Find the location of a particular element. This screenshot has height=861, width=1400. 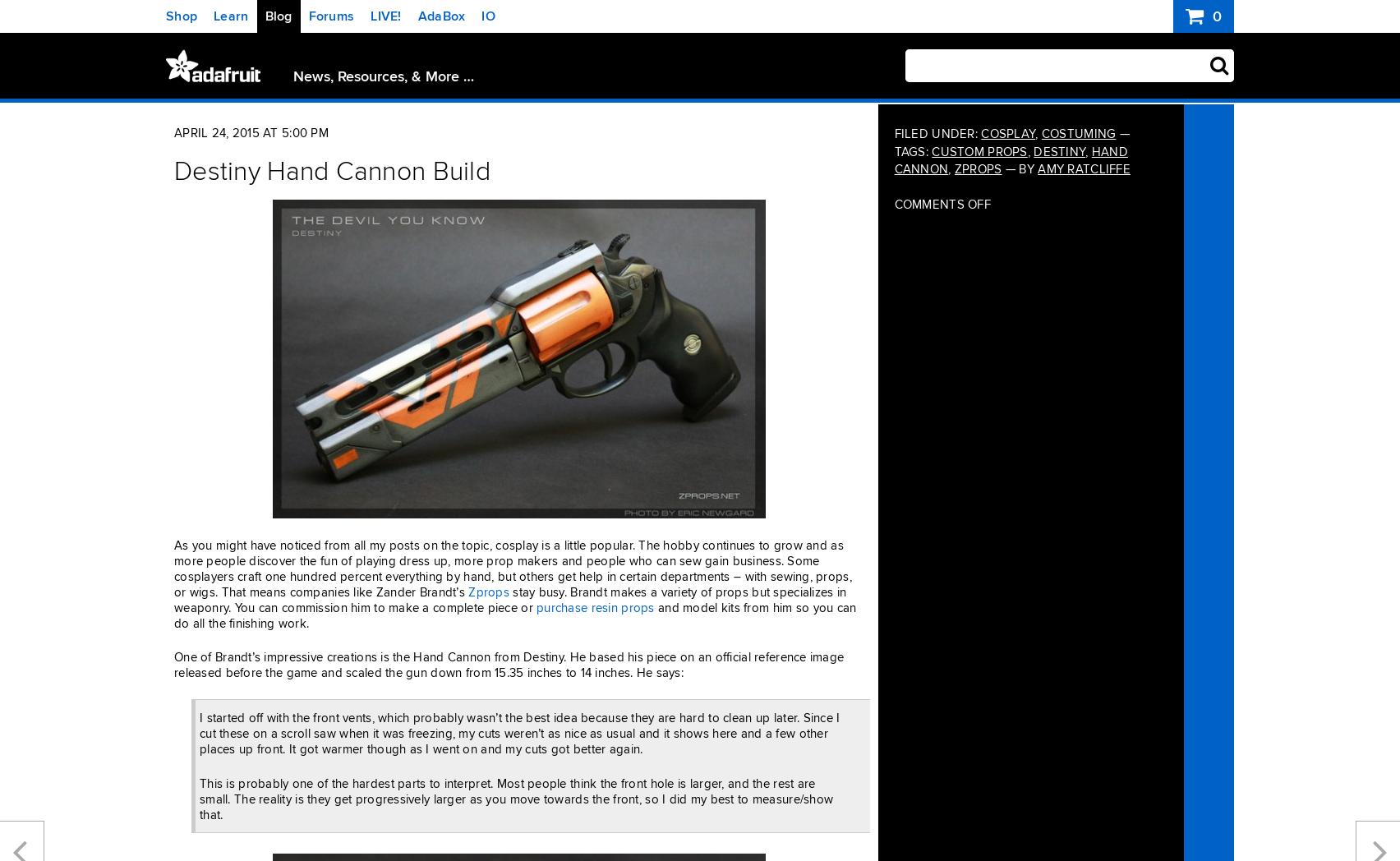

'destiny' is located at coordinates (1059, 150).